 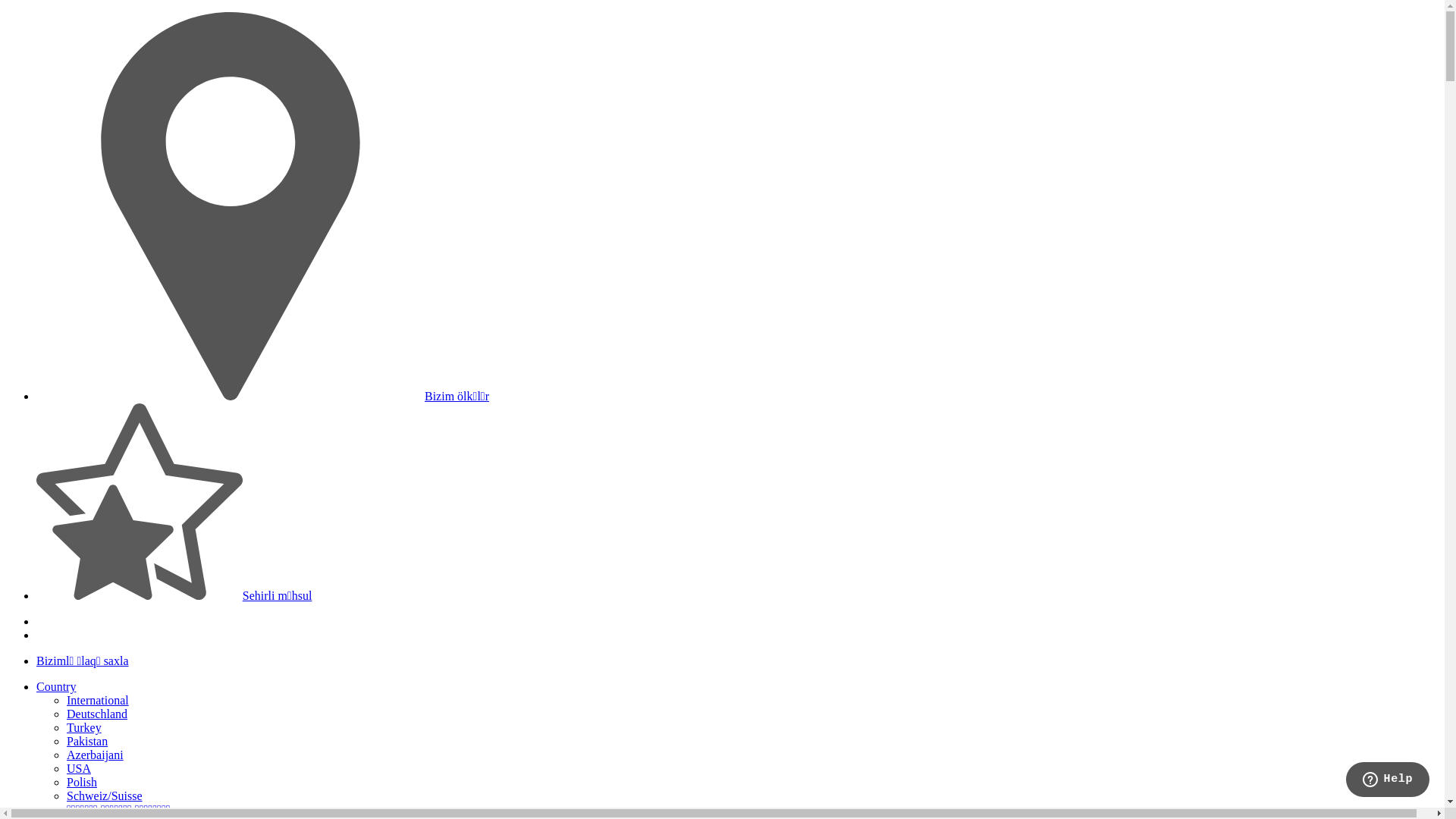 I want to click on 'Polish', so click(x=65, y=782).